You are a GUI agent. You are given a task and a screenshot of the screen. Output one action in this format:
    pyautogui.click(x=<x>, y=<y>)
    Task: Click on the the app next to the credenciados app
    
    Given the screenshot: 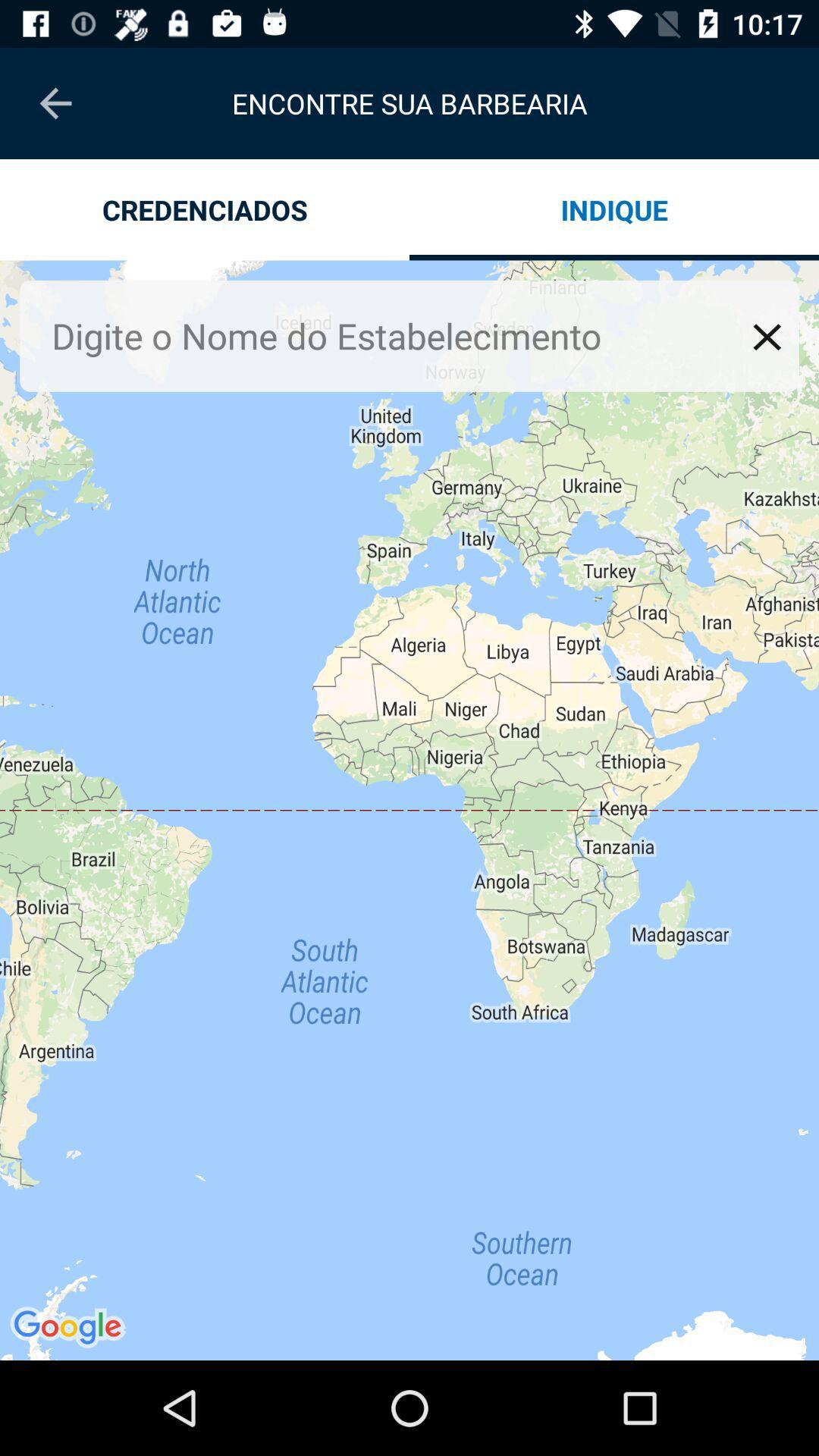 What is the action you would take?
    pyautogui.click(x=614, y=209)
    